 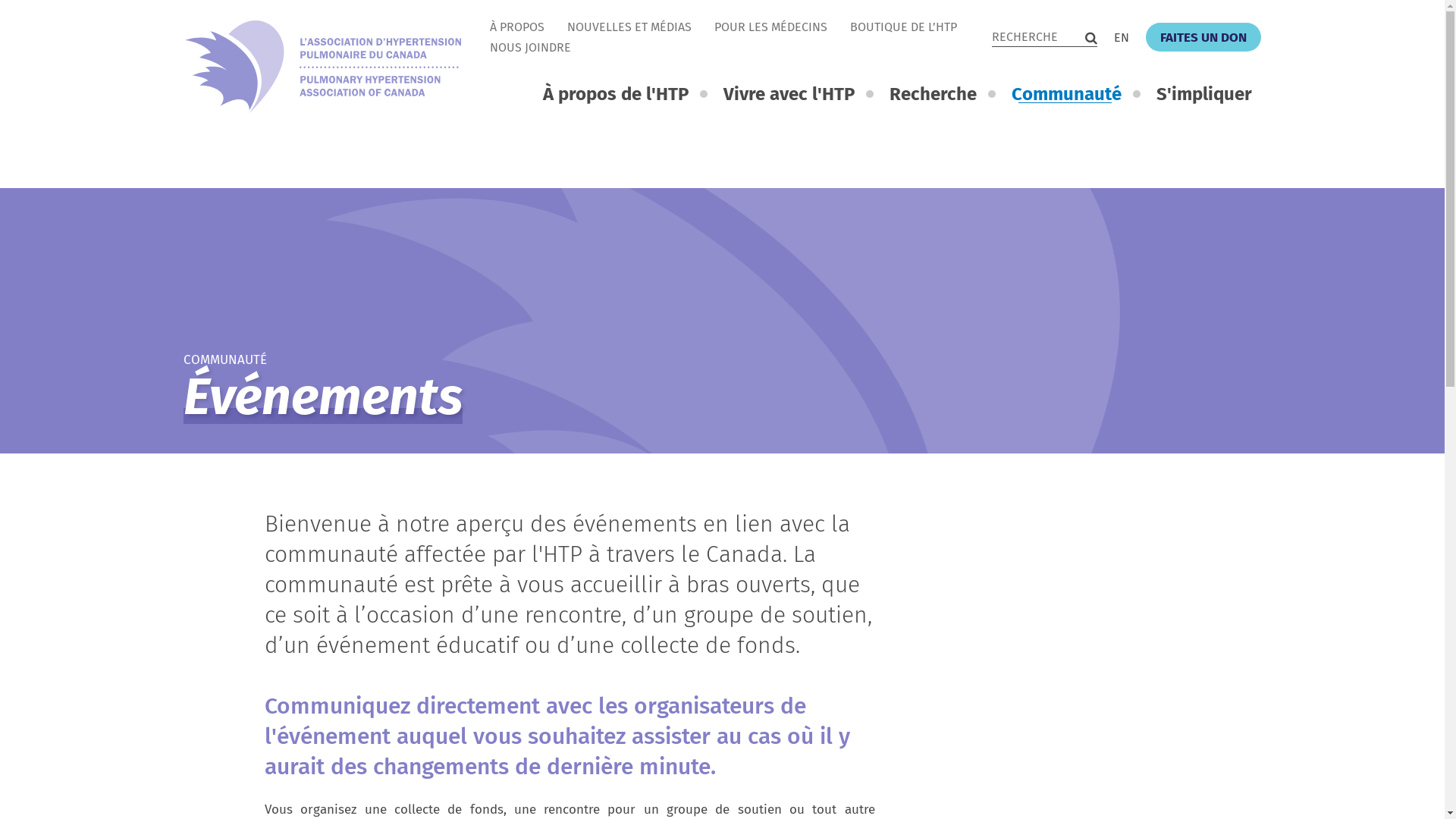 I want to click on 'NOUS JOINDRE', so click(x=477, y=46).